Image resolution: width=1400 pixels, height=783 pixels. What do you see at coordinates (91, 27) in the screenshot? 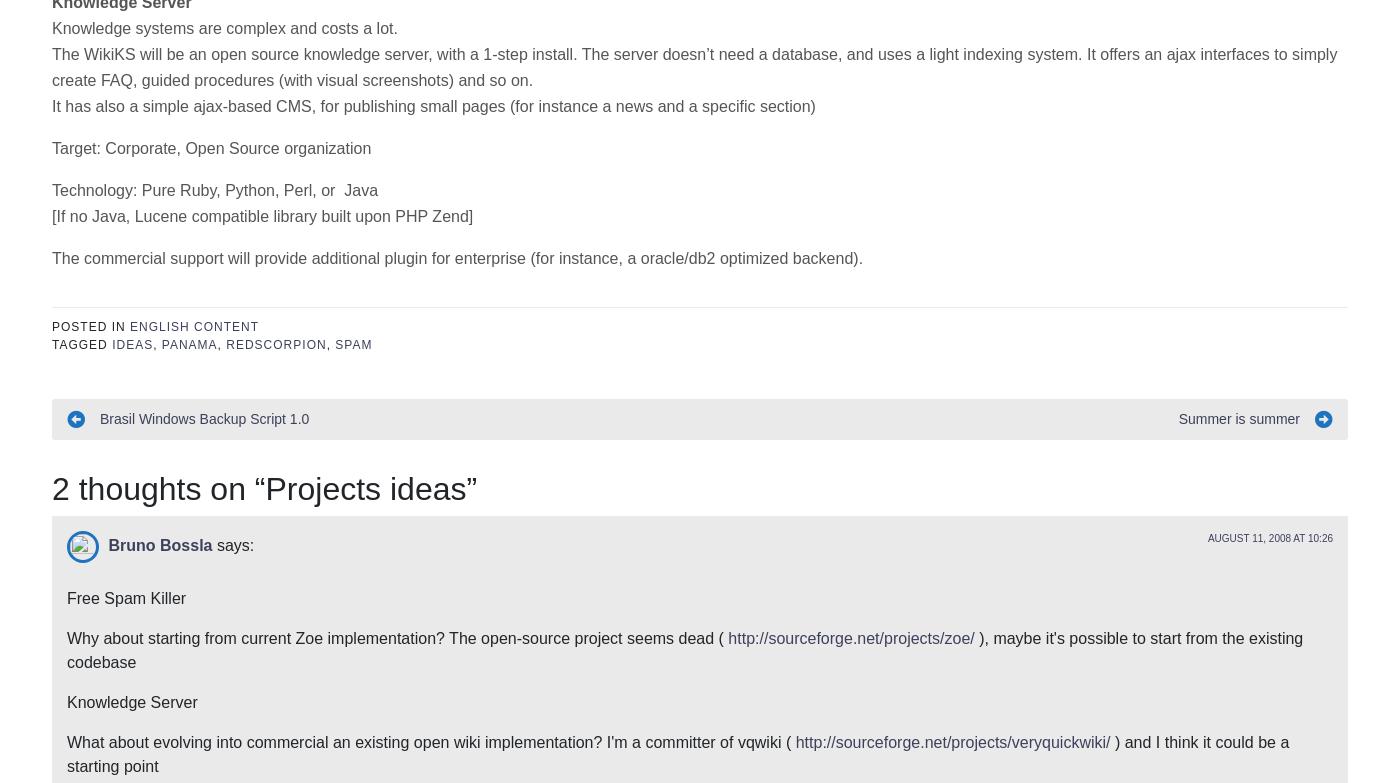
I see `'Posted in'` at bounding box center [91, 27].